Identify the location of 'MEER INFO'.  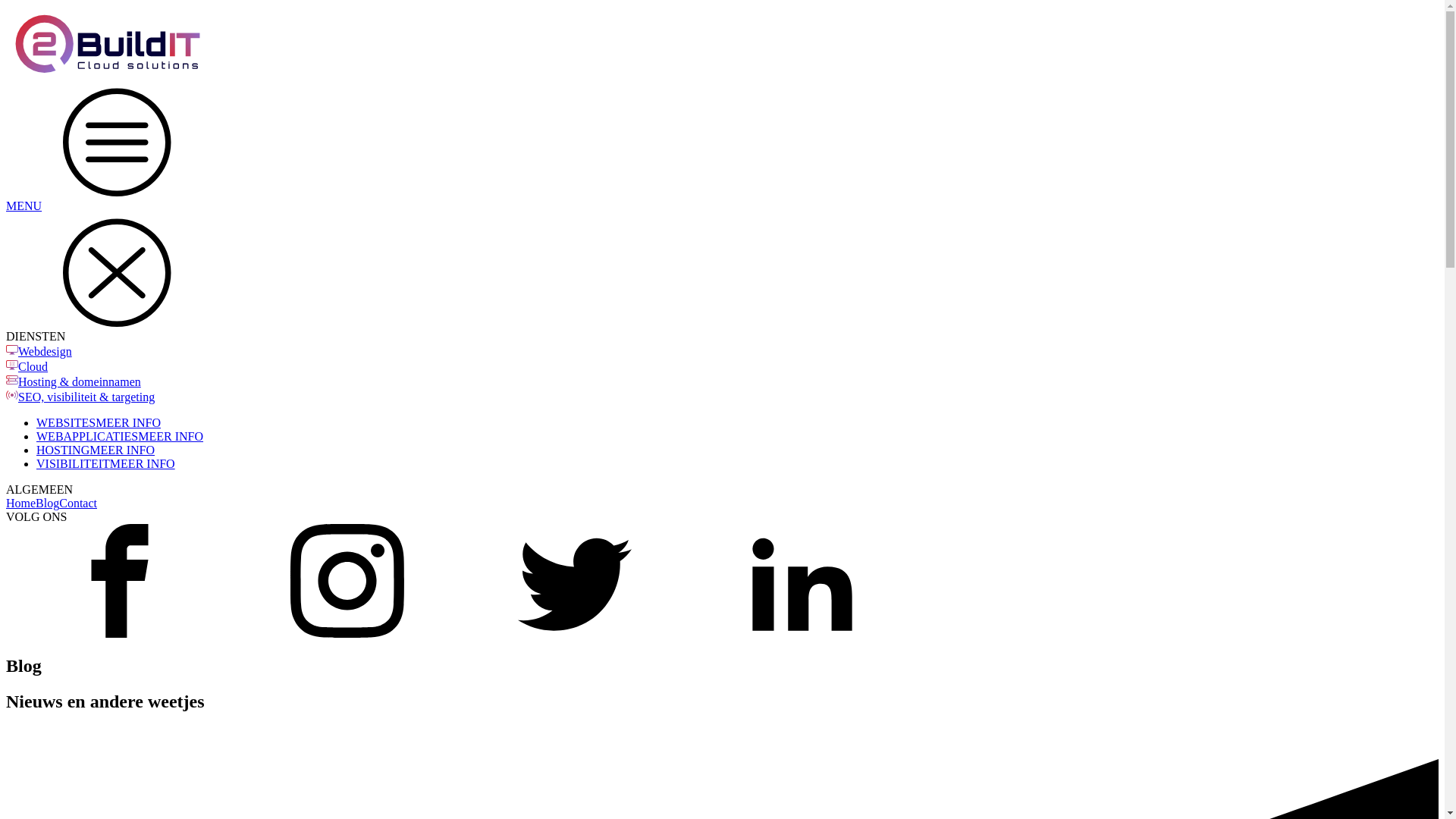
(89, 449).